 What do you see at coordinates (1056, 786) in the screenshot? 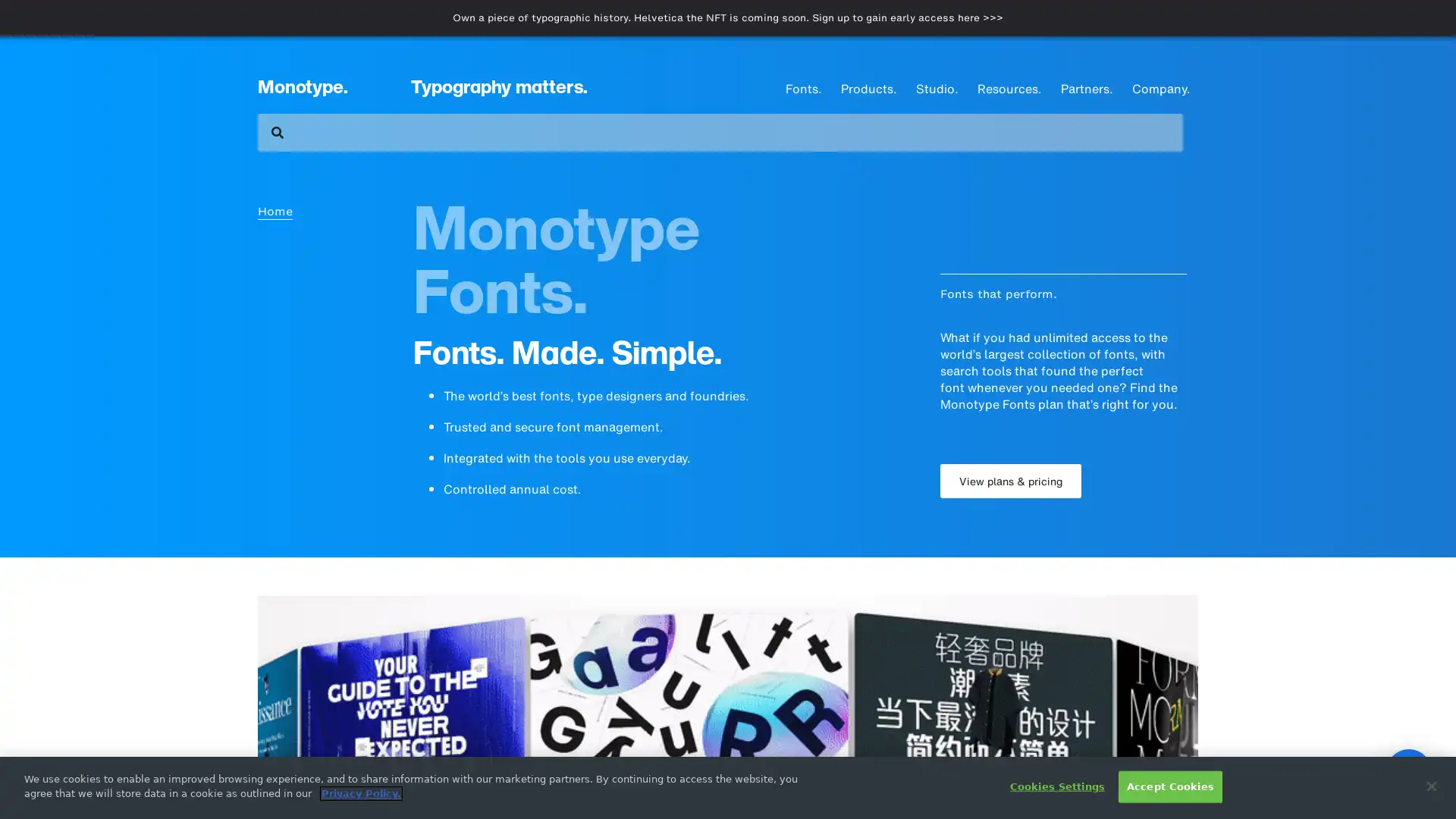
I see `Cookies Settings` at bounding box center [1056, 786].